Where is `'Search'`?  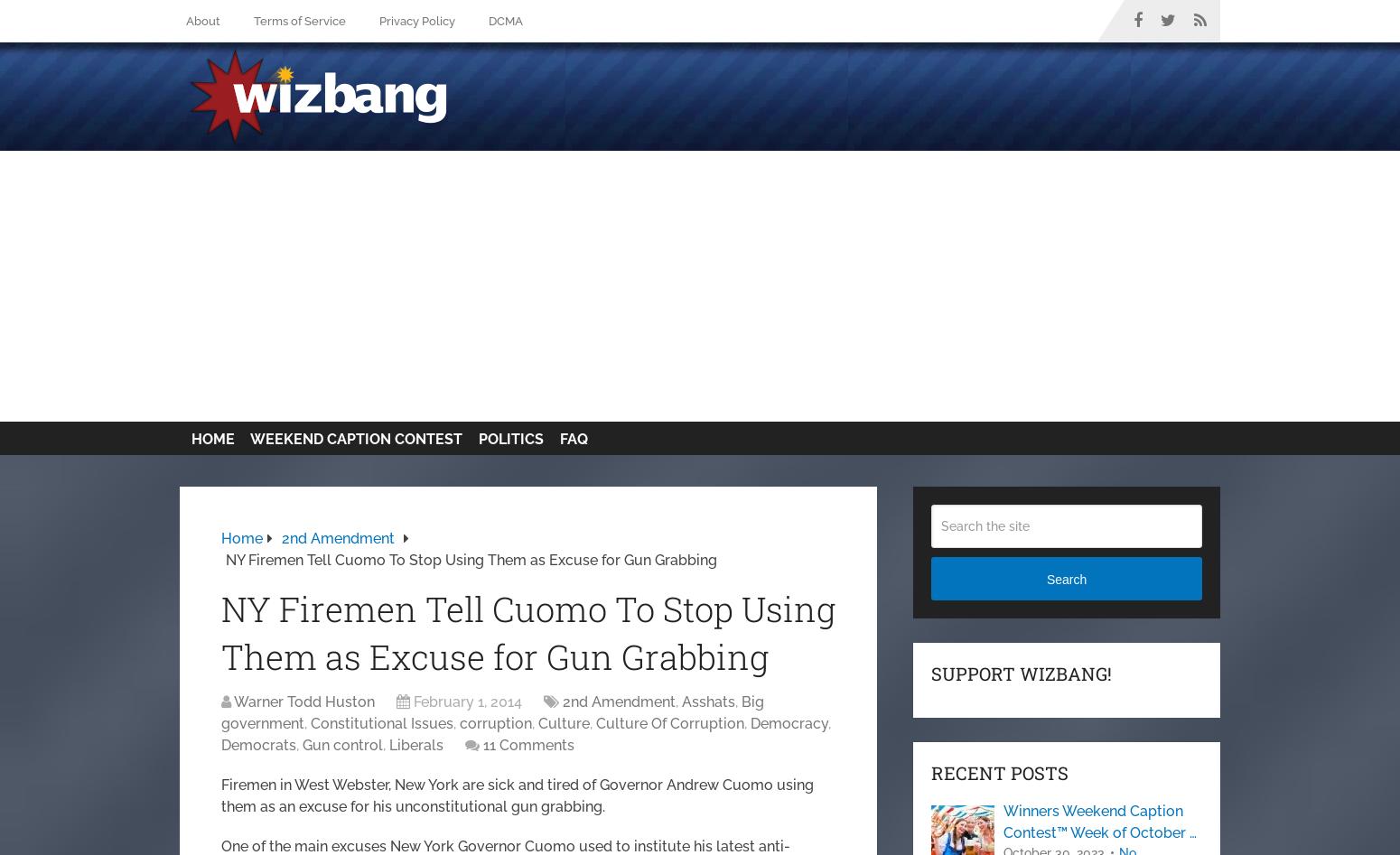
'Search' is located at coordinates (1066, 579).